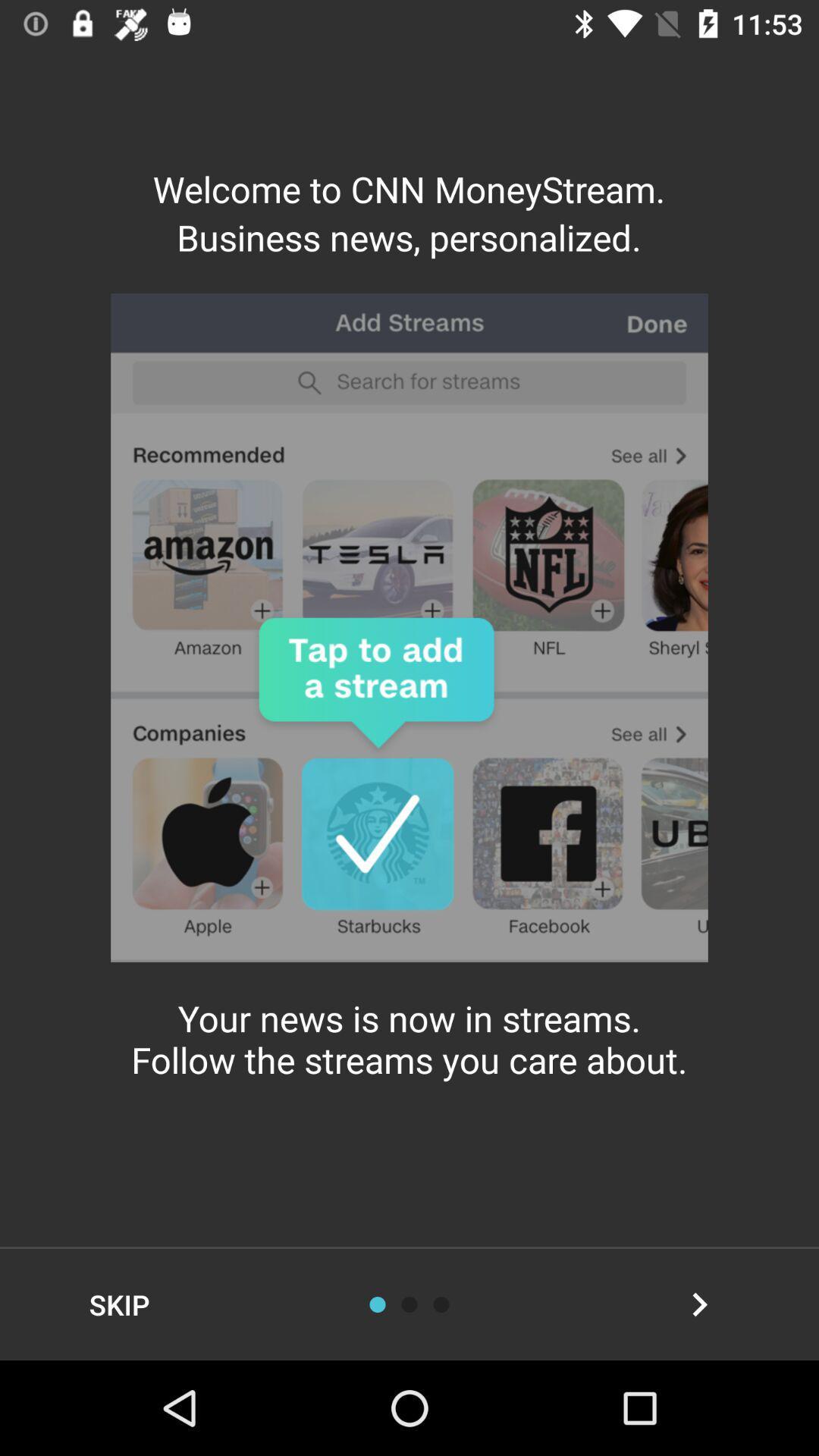 This screenshot has width=819, height=1456. Describe the element at coordinates (441, 1304) in the screenshot. I see `scroll` at that location.